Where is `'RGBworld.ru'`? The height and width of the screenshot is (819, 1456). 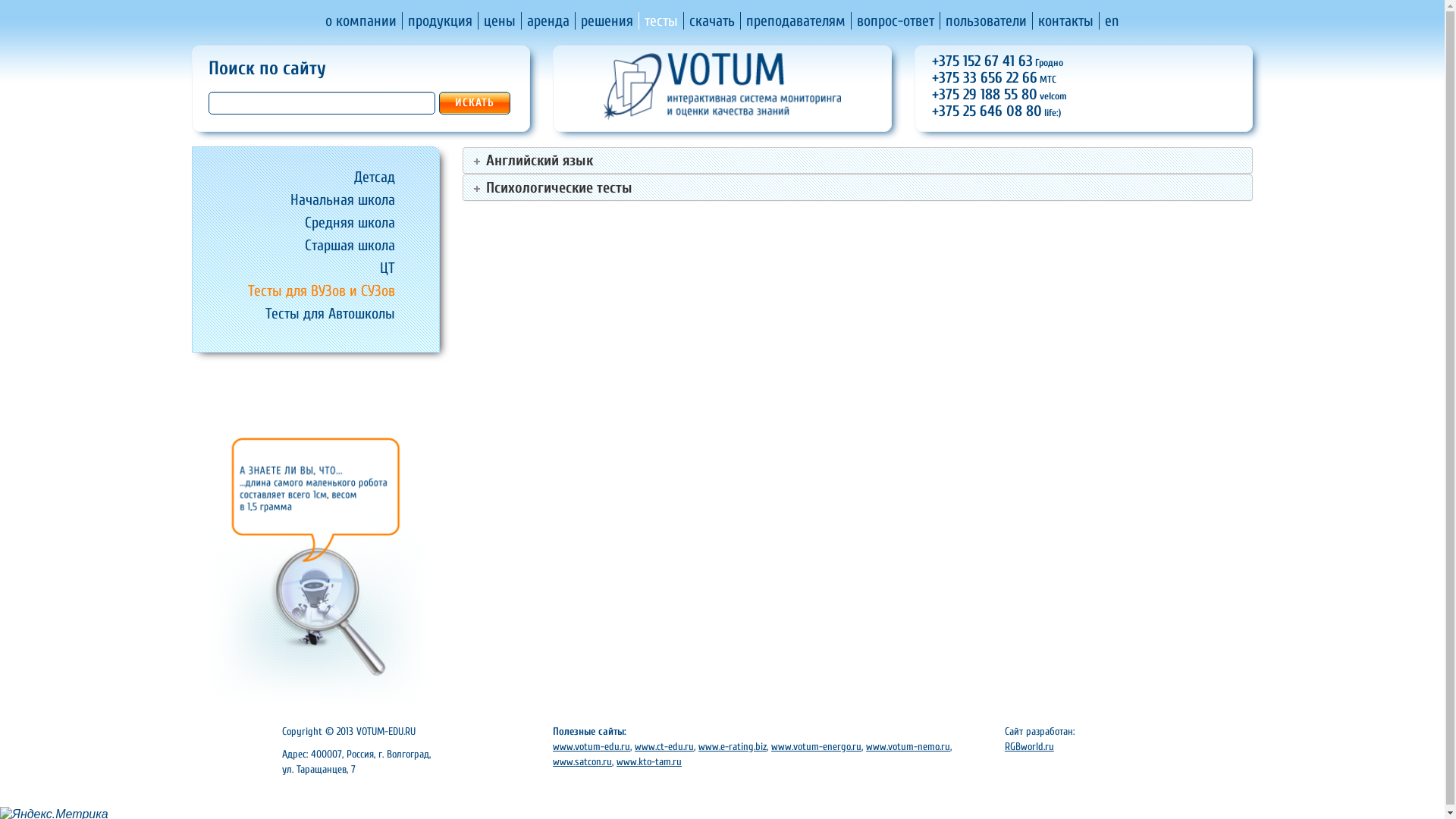
'RGBworld.ru' is located at coordinates (1029, 745).